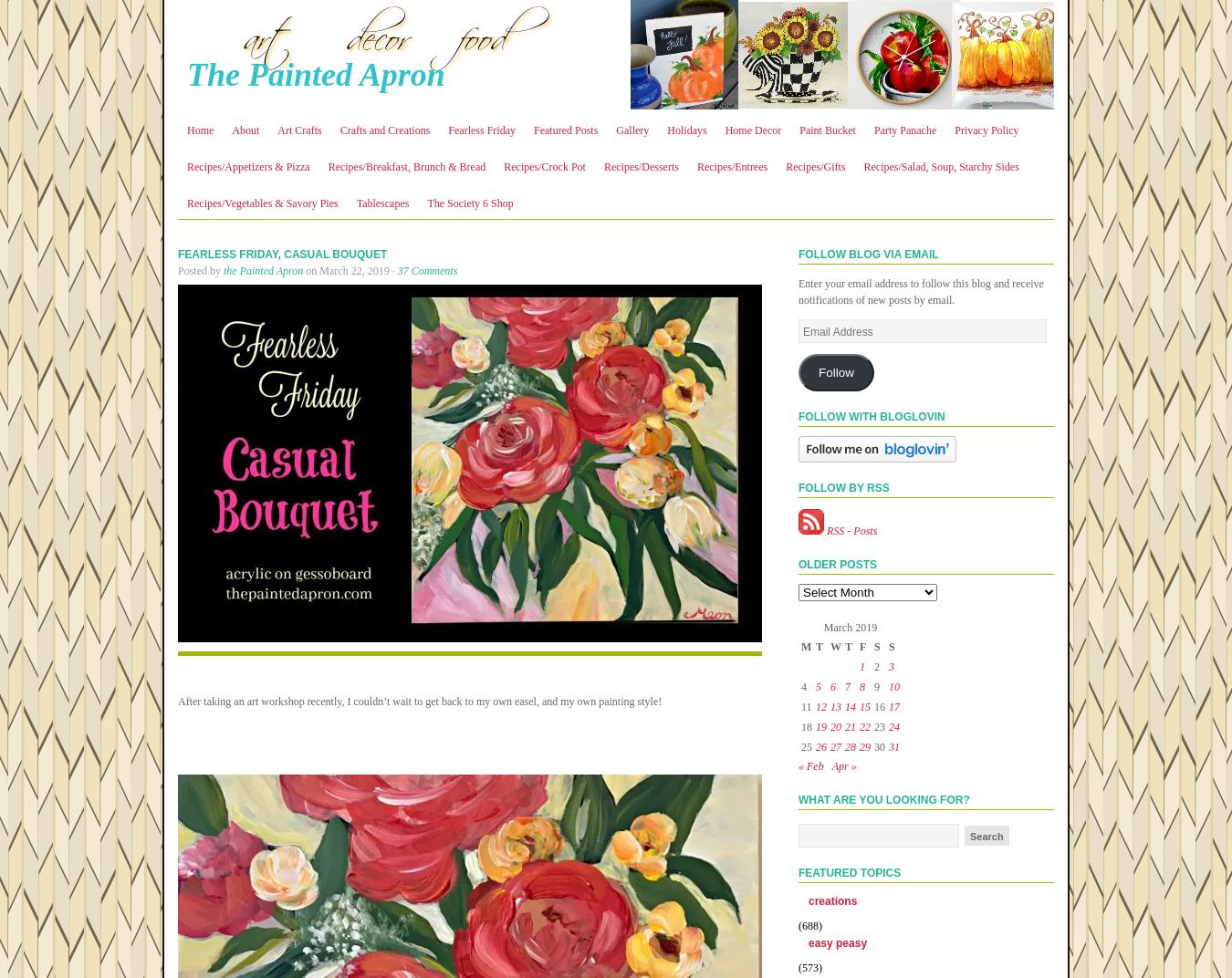  What do you see at coordinates (859, 706) in the screenshot?
I see `'15'` at bounding box center [859, 706].